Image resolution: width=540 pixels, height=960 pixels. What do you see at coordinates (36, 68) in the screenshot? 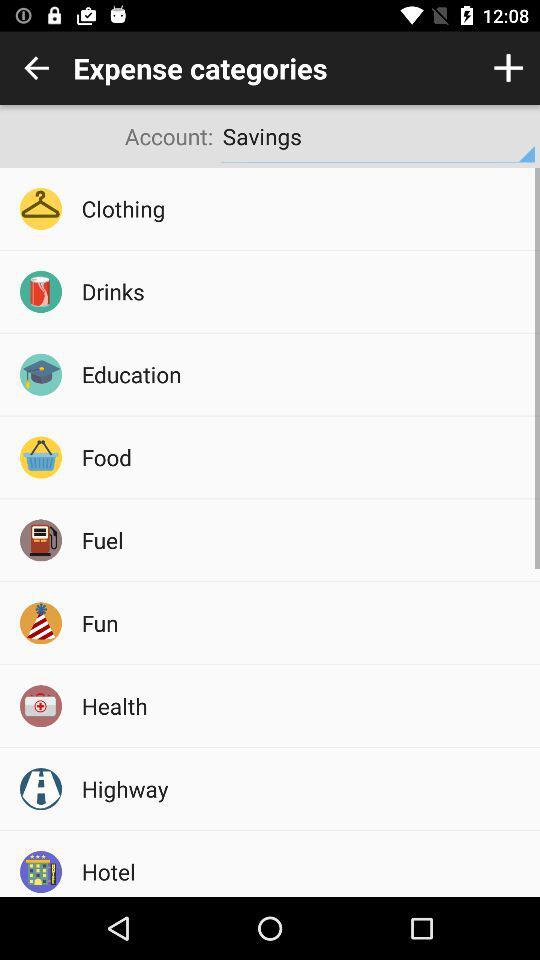
I see `icon next to expense categories icon` at bounding box center [36, 68].